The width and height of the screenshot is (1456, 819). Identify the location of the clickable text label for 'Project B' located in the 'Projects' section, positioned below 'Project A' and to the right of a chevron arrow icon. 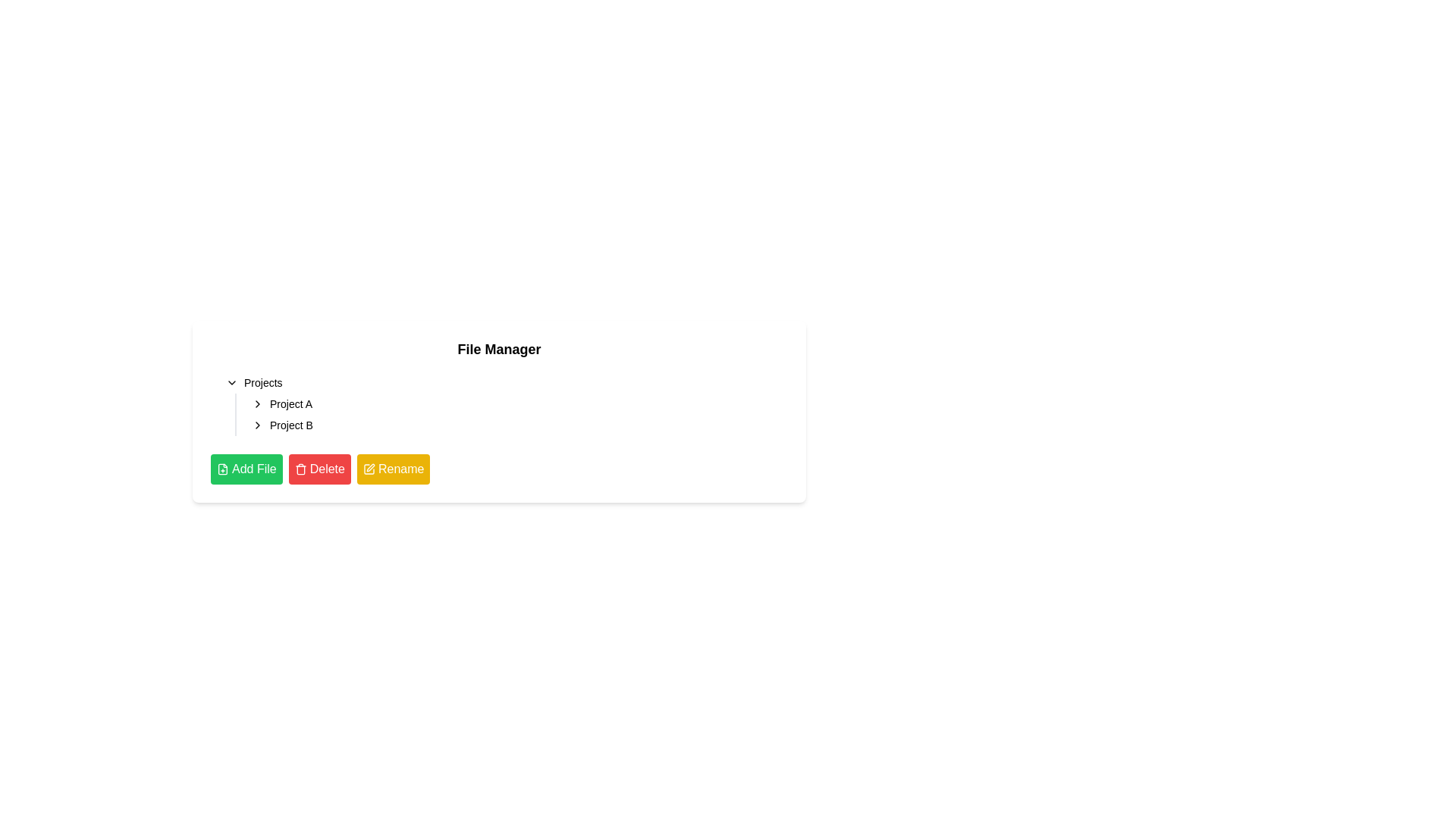
(291, 425).